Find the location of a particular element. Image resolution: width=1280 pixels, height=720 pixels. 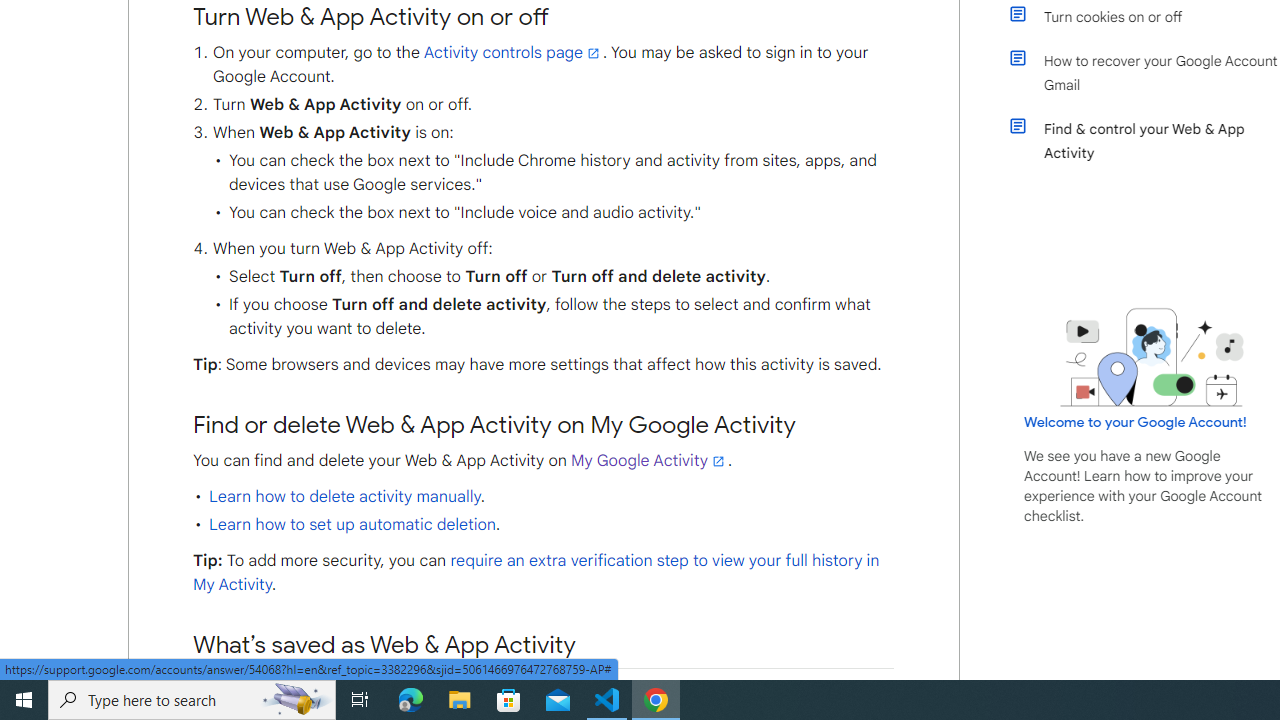

'Welcome to your Google Account!' is located at coordinates (1135, 421).